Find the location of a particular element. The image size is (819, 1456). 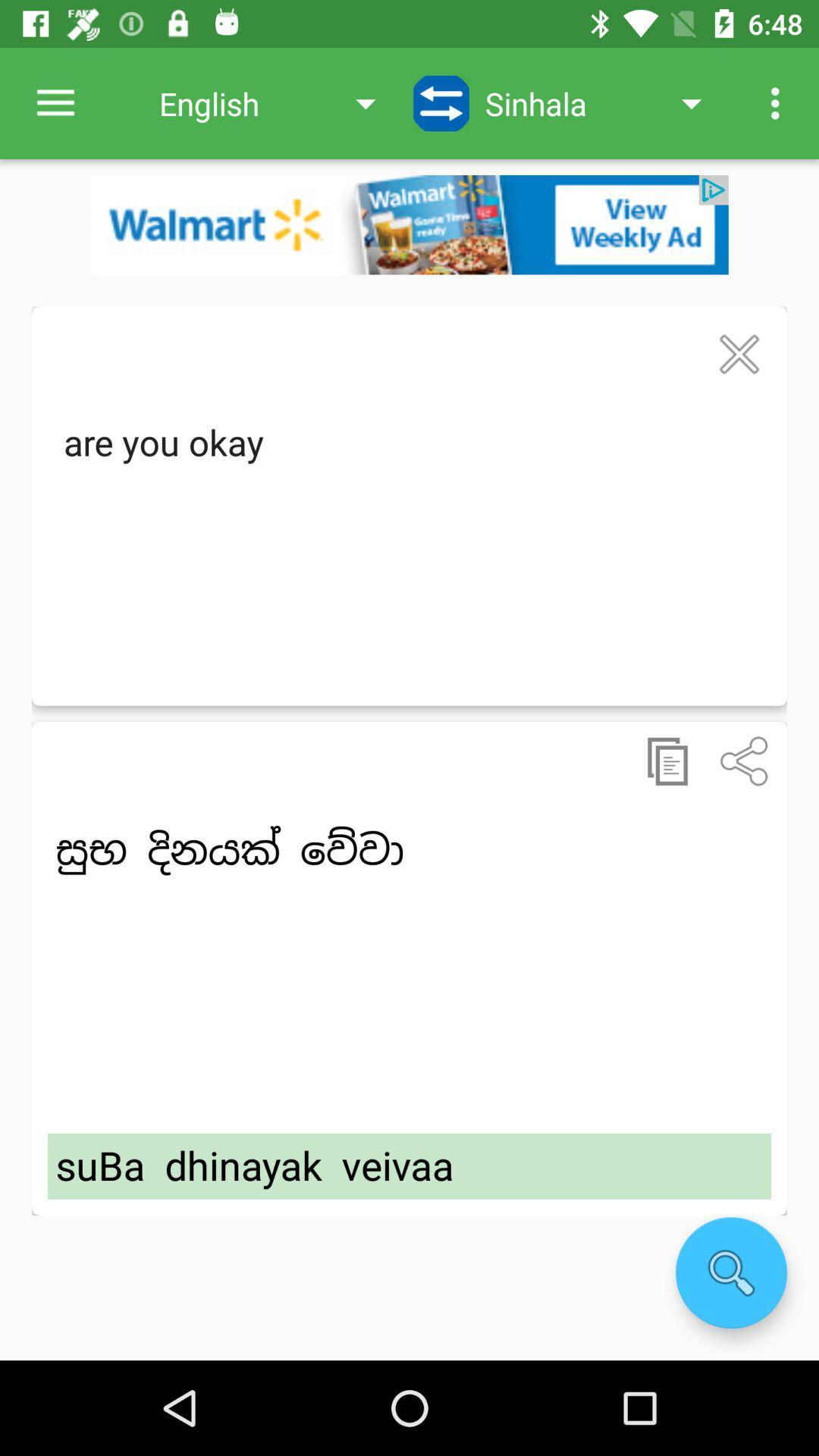

icon next to the english item is located at coordinates (441, 102).